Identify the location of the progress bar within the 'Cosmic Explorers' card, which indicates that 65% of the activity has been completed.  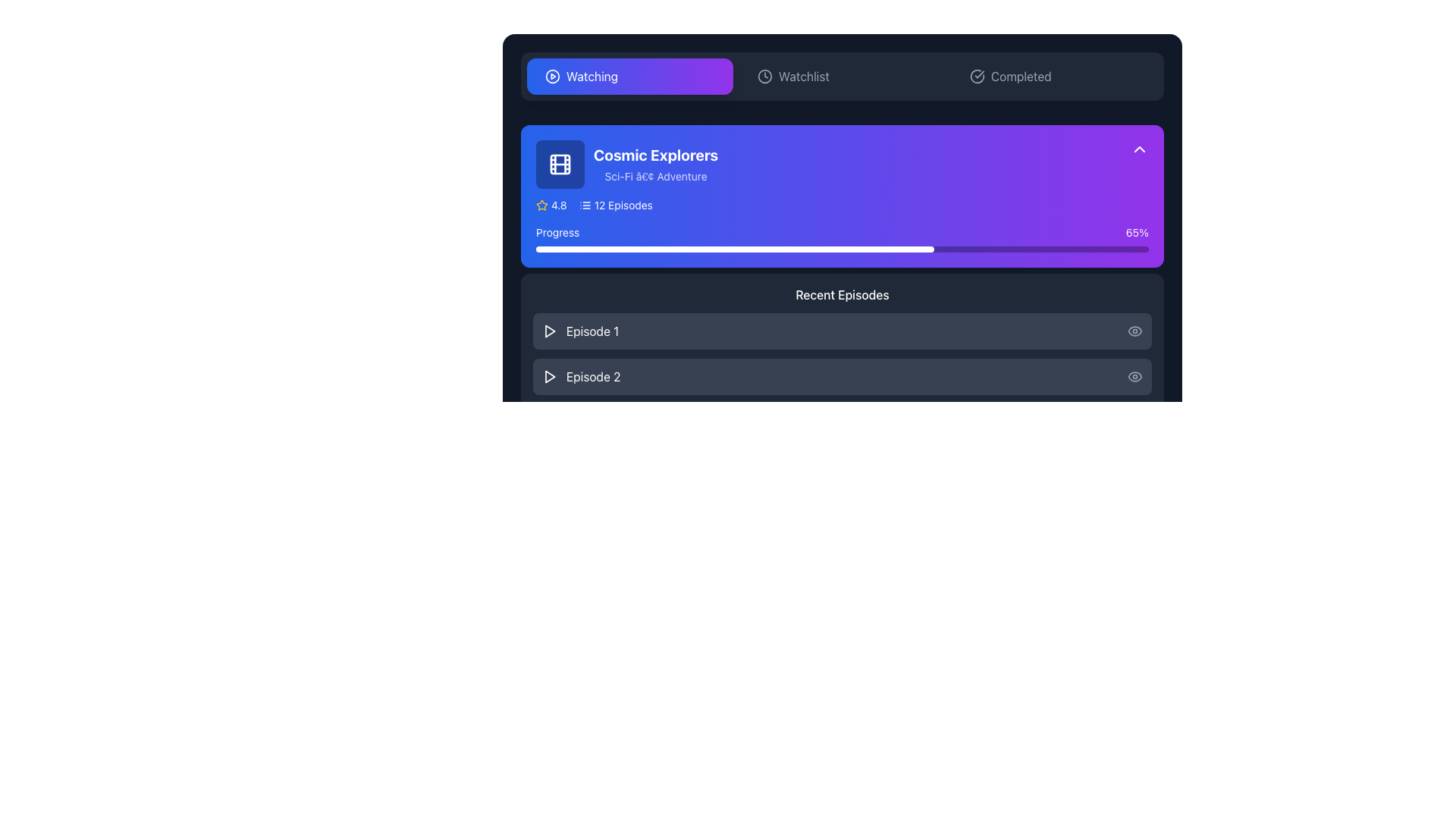
(841, 239).